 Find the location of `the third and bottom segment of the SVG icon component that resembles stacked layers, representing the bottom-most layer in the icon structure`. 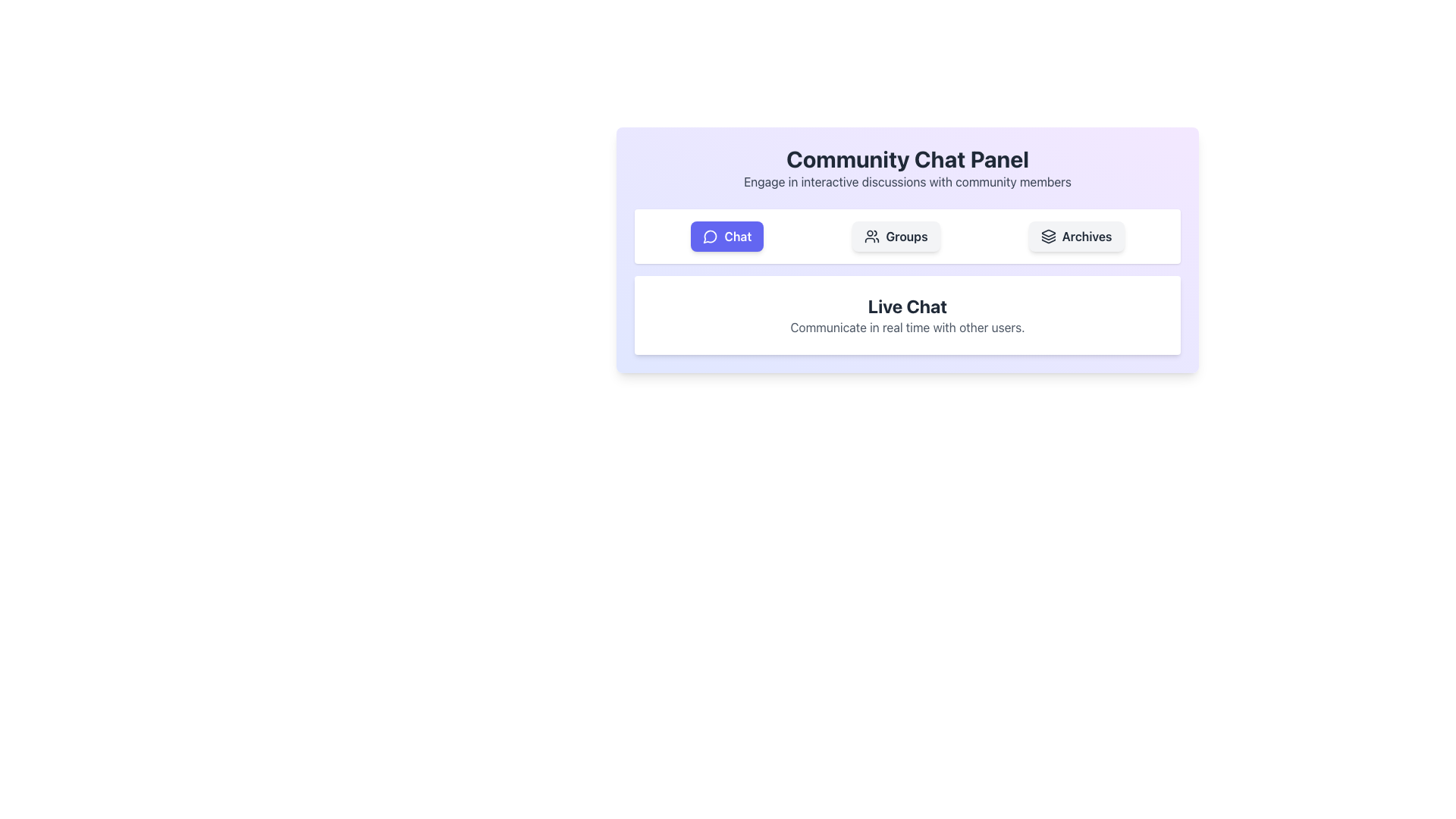

the third and bottom segment of the SVG icon component that resembles stacked layers, representing the bottom-most layer in the icon structure is located at coordinates (1047, 240).